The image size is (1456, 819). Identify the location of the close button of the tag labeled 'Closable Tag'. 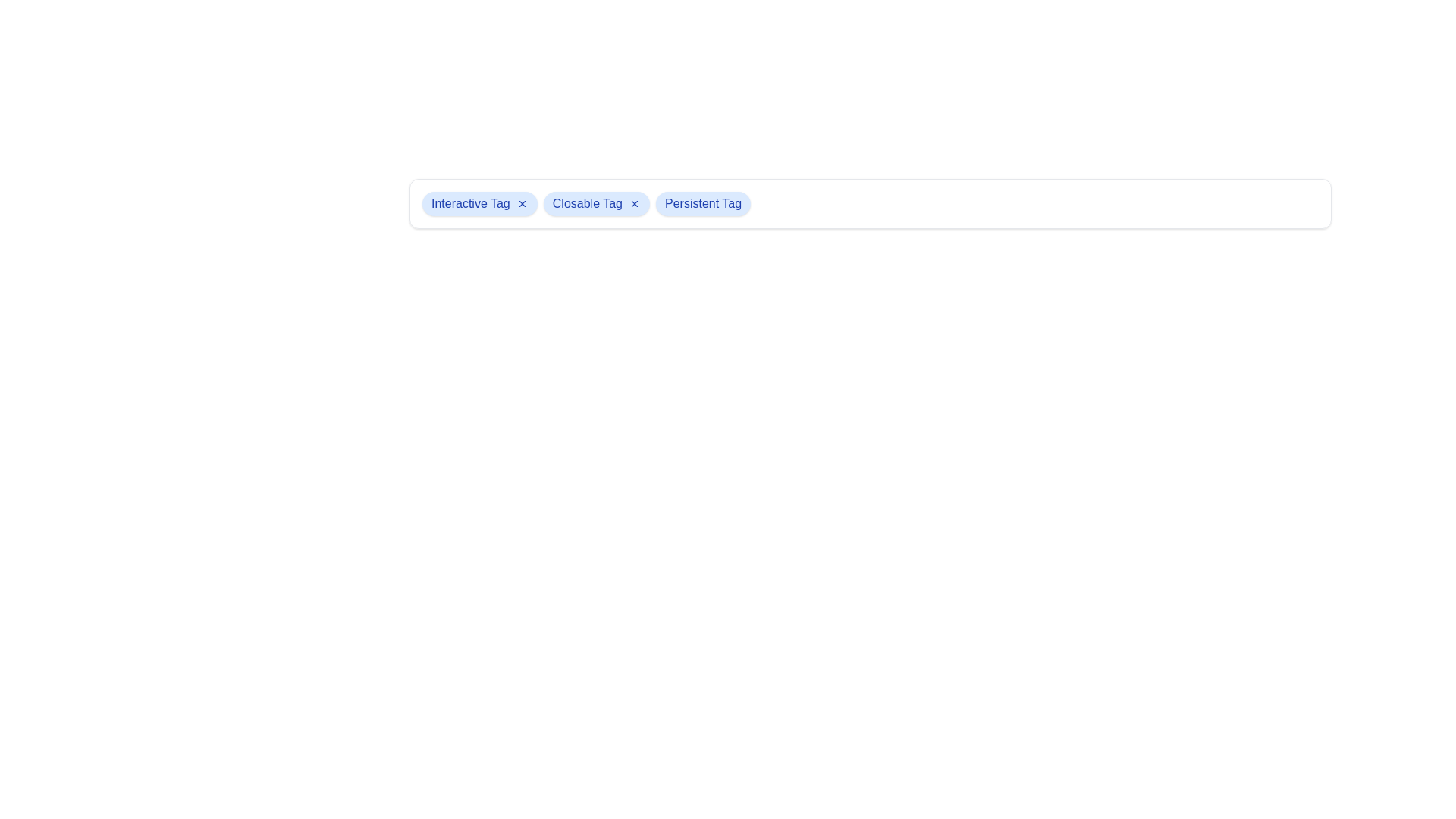
(634, 203).